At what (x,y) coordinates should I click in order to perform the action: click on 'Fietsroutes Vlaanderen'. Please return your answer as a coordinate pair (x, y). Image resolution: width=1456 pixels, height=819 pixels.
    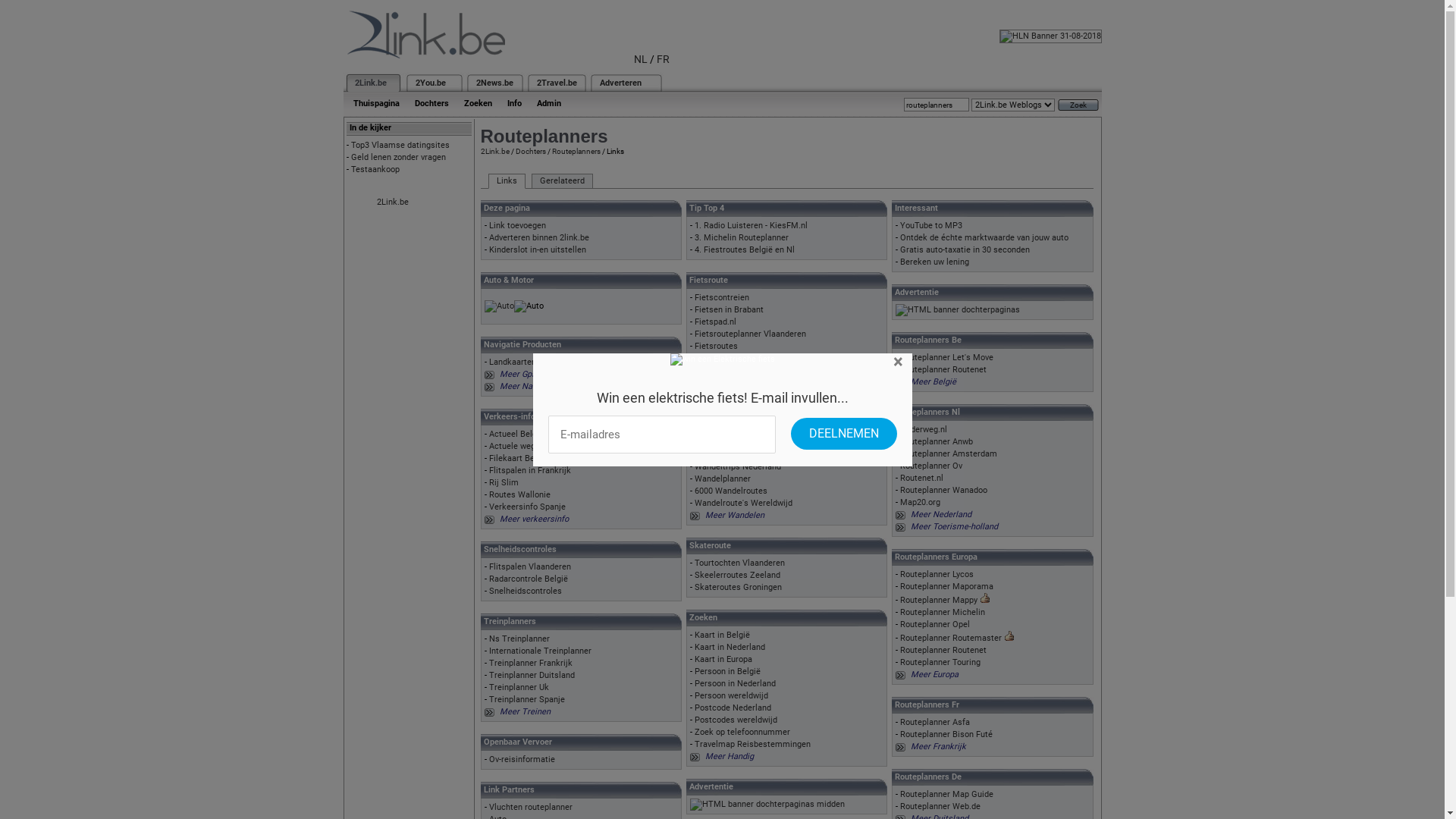
    Looking at the image, I should click on (739, 370).